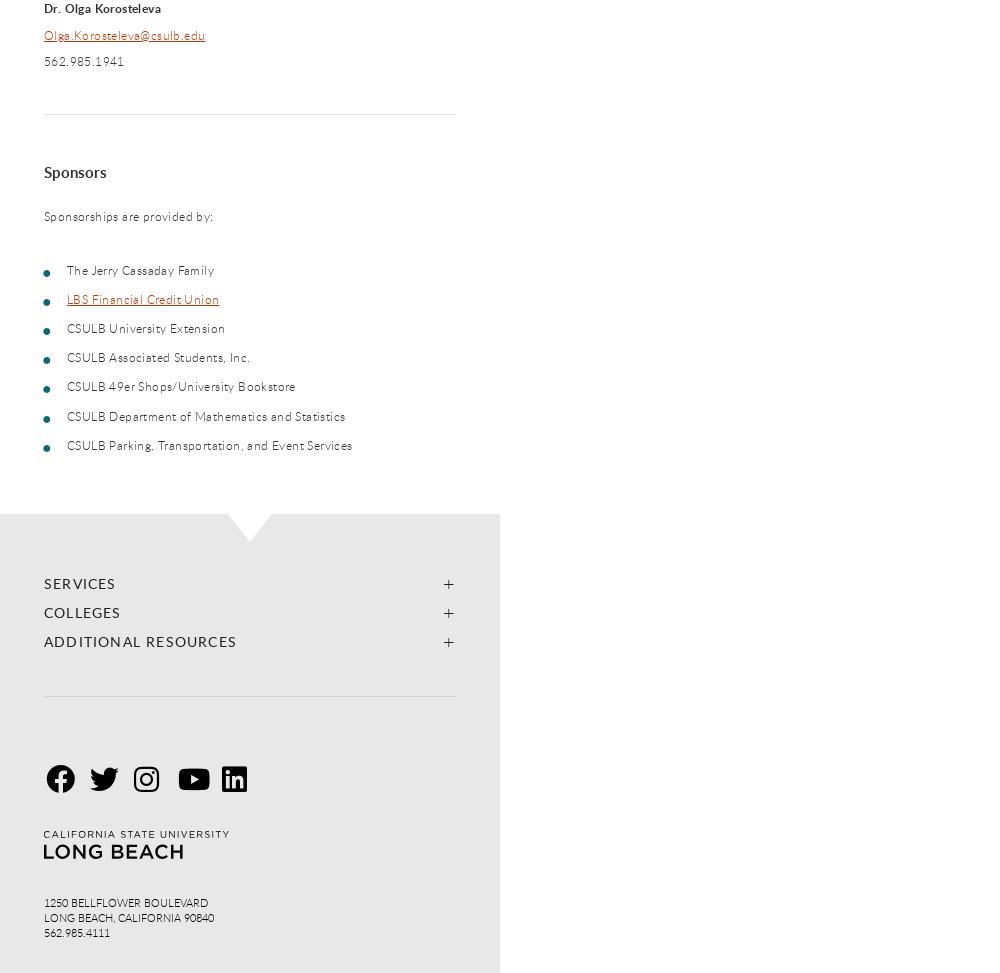 The image size is (1000, 973). Describe the element at coordinates (128, 214) in the screenshot. I see `'Sponsorships are provided by:'` at that location.